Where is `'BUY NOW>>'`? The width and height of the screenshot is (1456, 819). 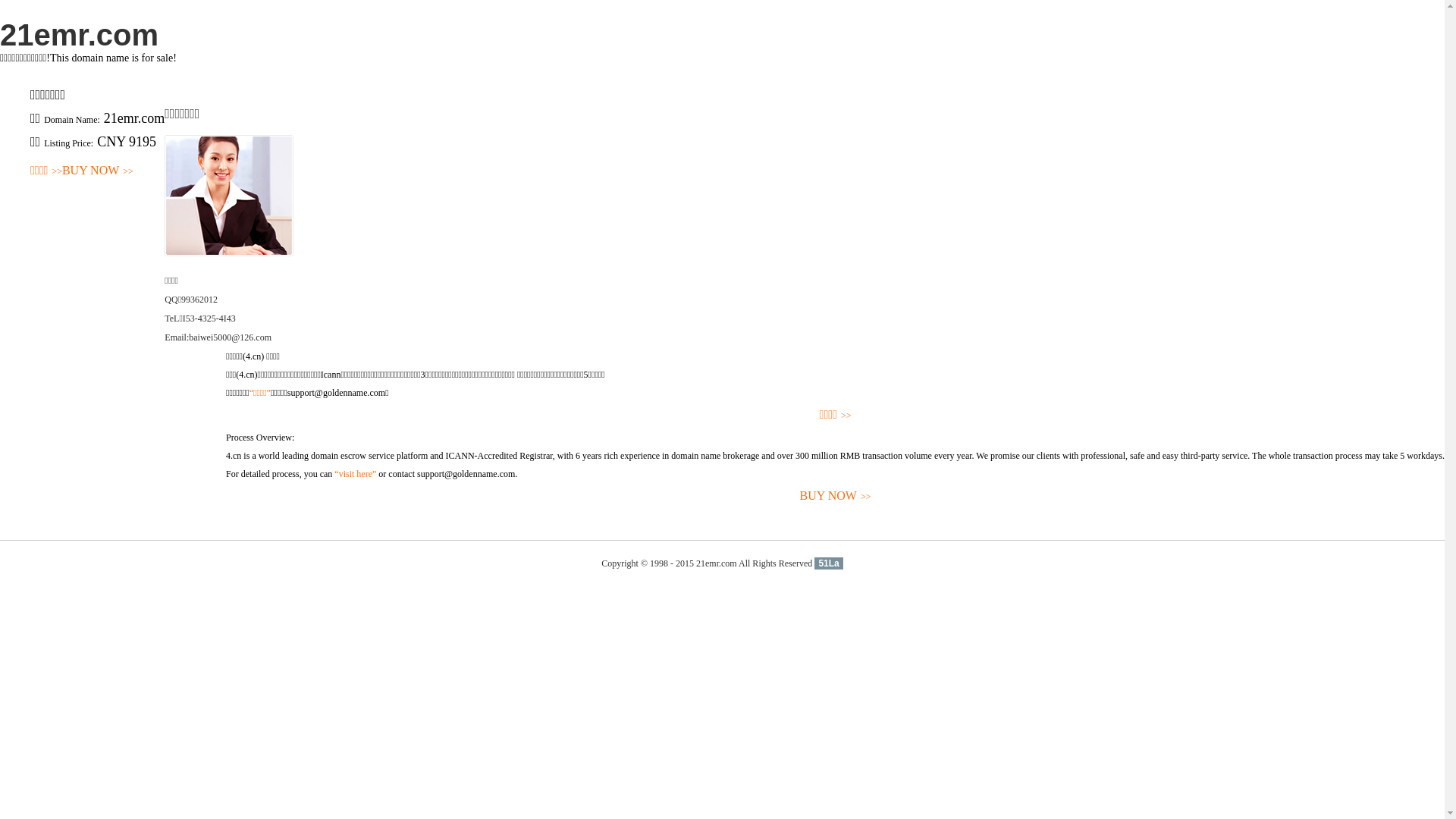 'BUY NOW>>' is located at coordinates (97, 171).